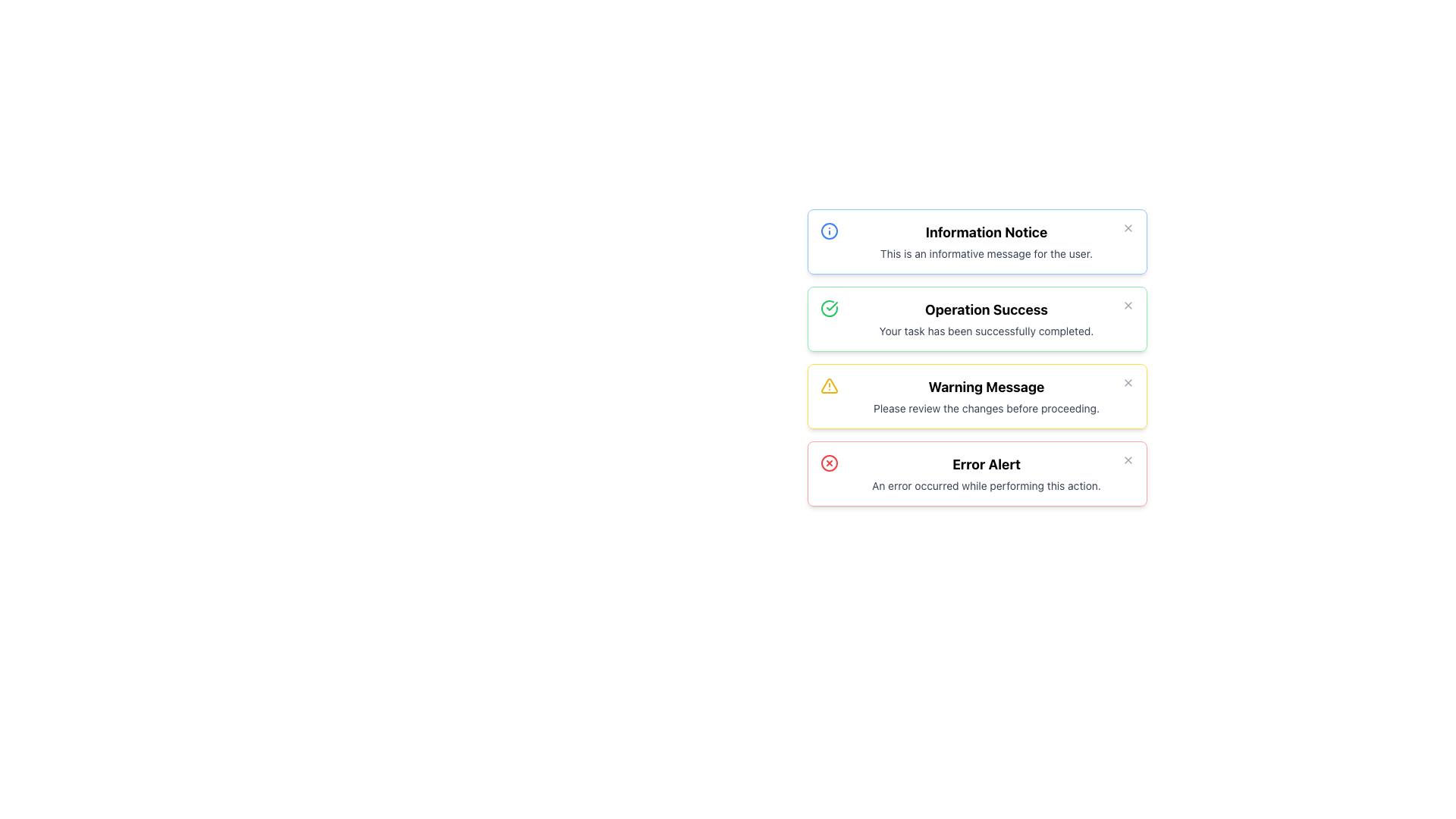 This screenshot has height=819, width=1456. Describe the element at coordinates (986, 464) in the screenshot. I see `the title text element of the error notification located at the bottom of the notification stack, positioned above the descriptive text and beyond the red circular icon` at that location.